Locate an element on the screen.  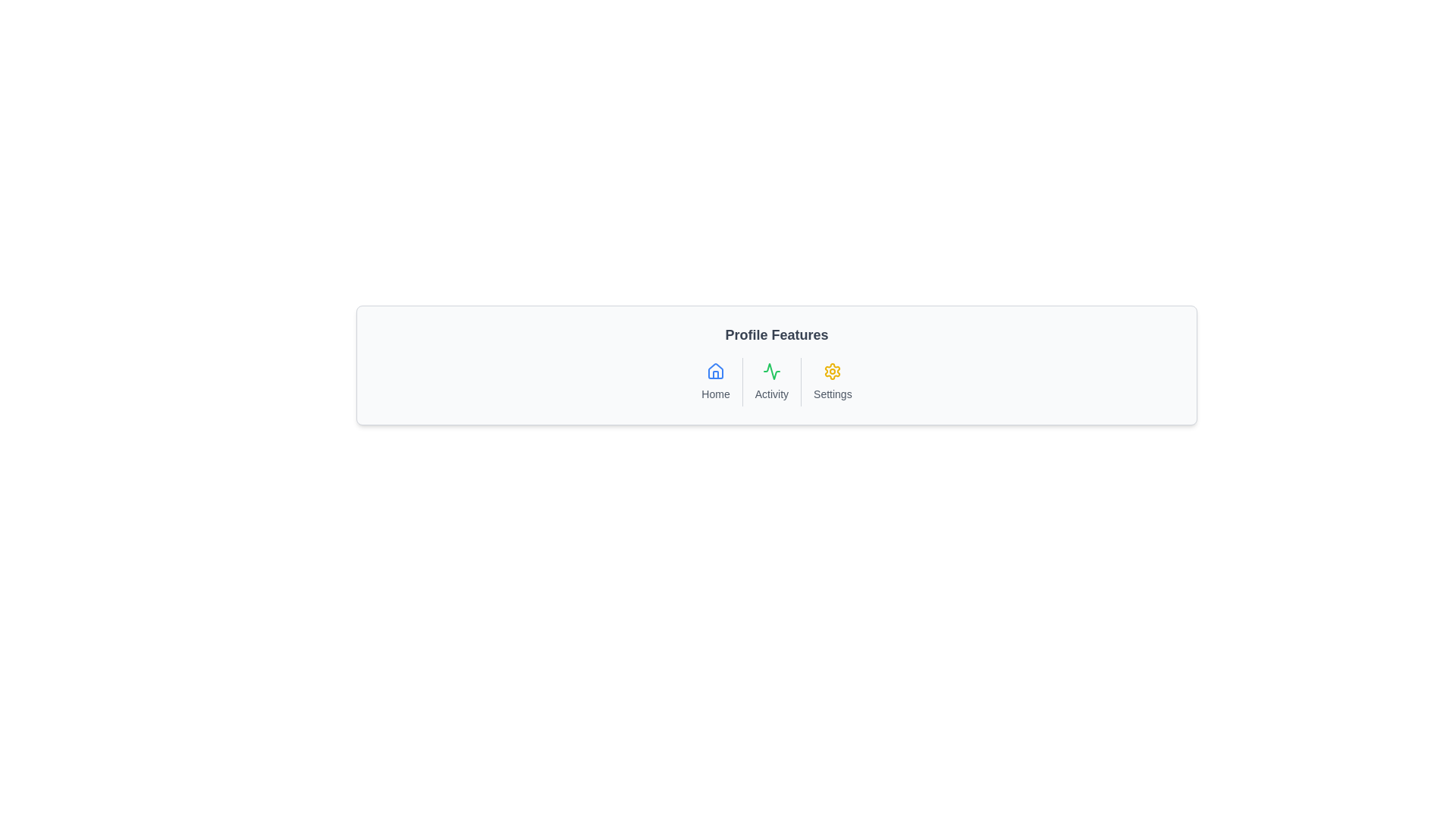
the 'Home' text label, styled with a small font size and gray color, located below the house icon in the 'Profile Features' panel is located at coordinates (715, 394).